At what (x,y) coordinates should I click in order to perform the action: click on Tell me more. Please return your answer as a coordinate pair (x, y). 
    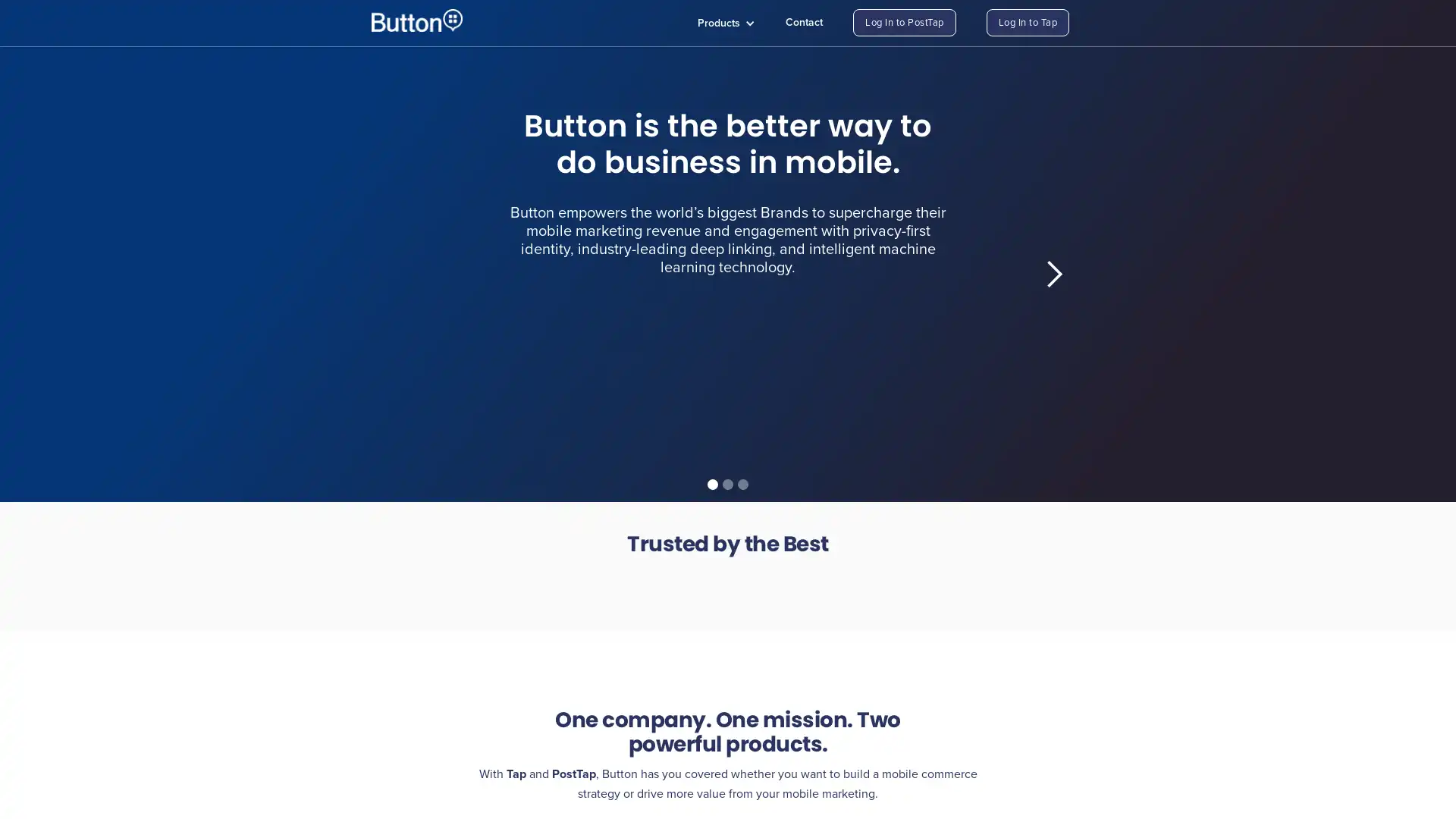
    Looking at the image, I should click on (879, 397).